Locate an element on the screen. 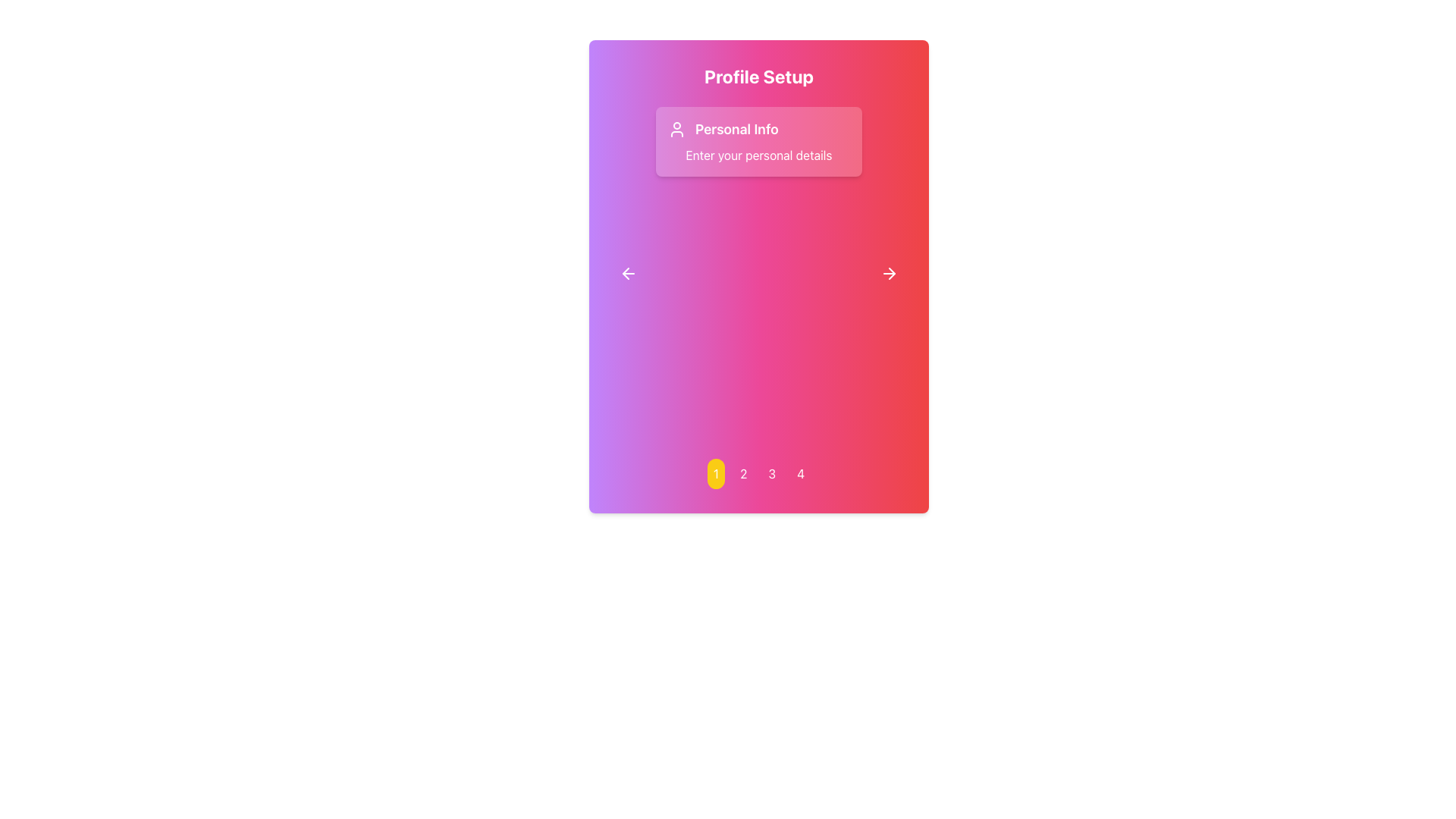 The height and width of the screenshot is (819, 1456). the circular button displaying the number '3' is located at coordinates (771, 472).